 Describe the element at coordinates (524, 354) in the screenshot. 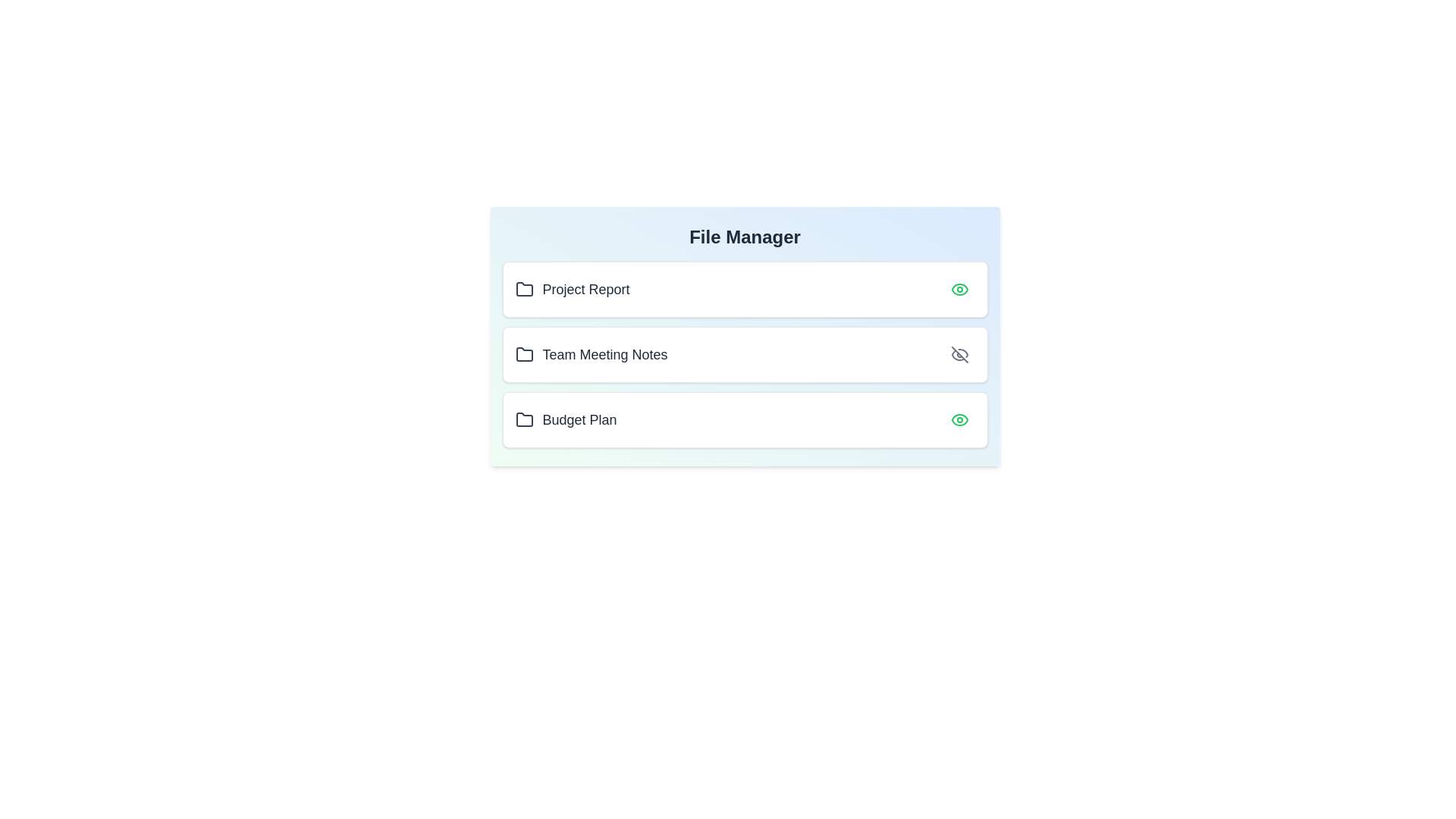

I see `the folder icon for Team Meeting Notes` at that location.